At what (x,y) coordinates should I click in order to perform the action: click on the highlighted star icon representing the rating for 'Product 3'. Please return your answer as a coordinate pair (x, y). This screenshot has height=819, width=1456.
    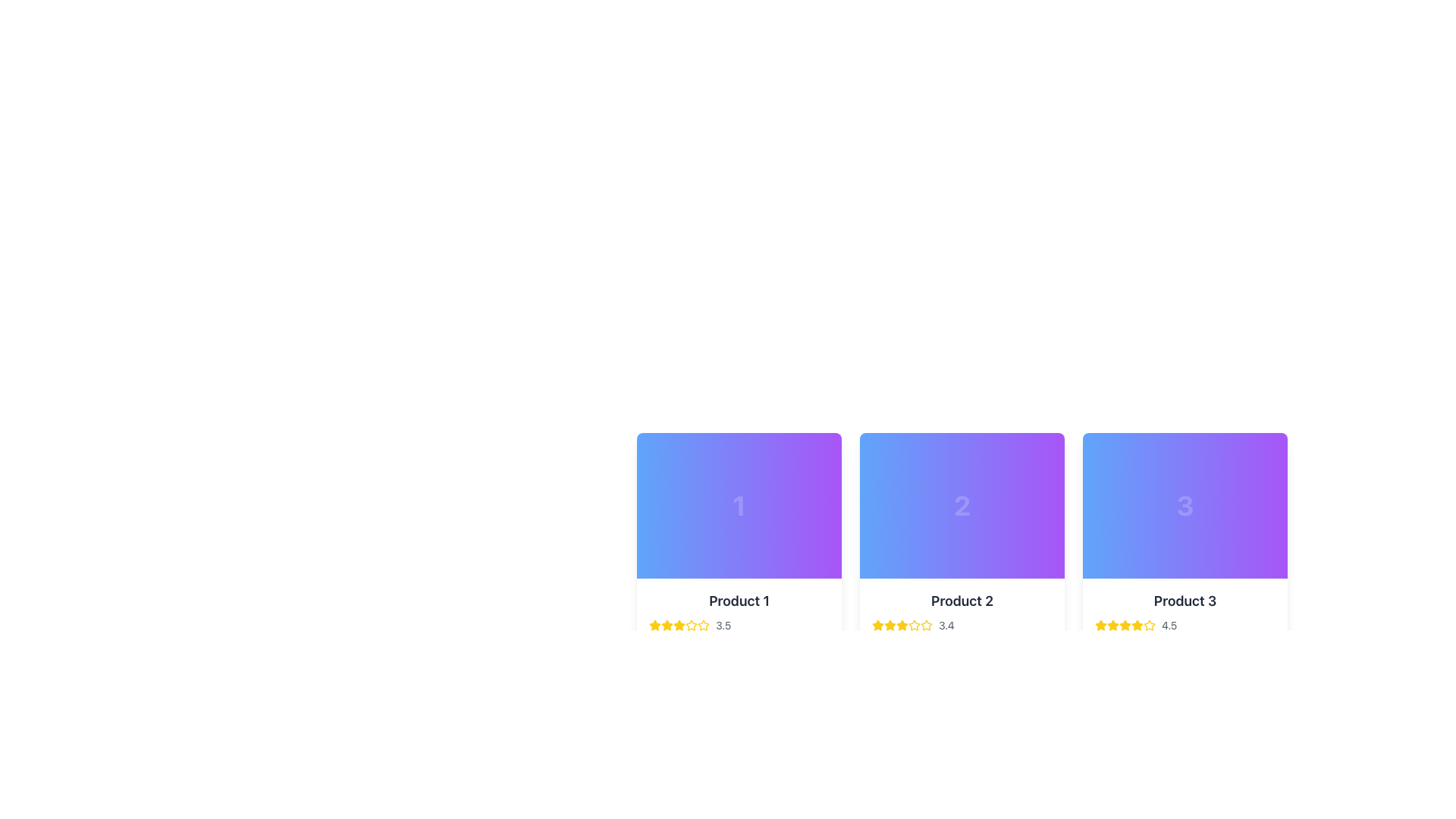
    Looking at the image, I should click on (1100, 625).